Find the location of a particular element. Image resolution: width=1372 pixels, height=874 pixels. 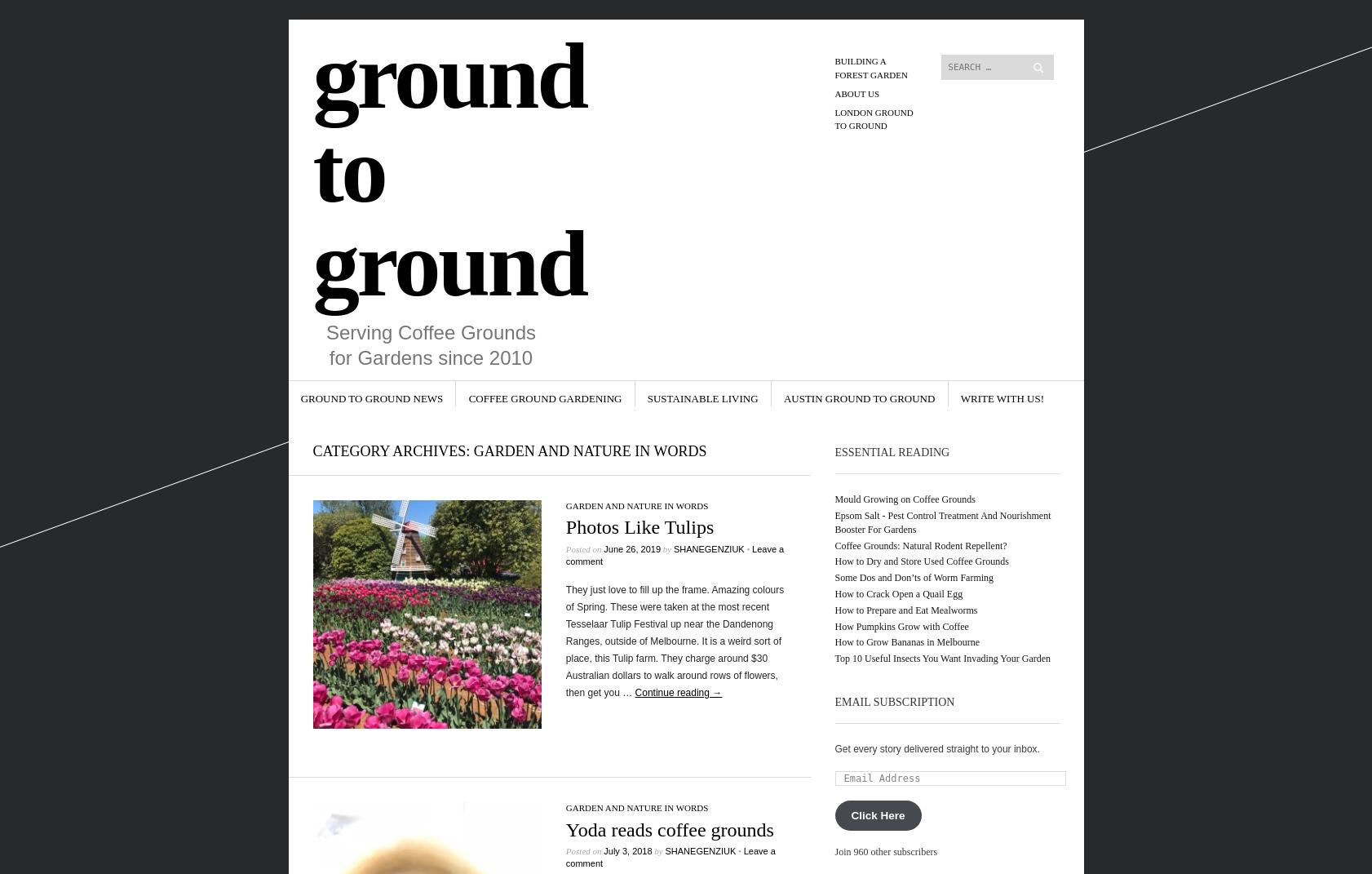

'Some Dos and Don’ts of Worm Farming' is located at coordinates (913, 578).